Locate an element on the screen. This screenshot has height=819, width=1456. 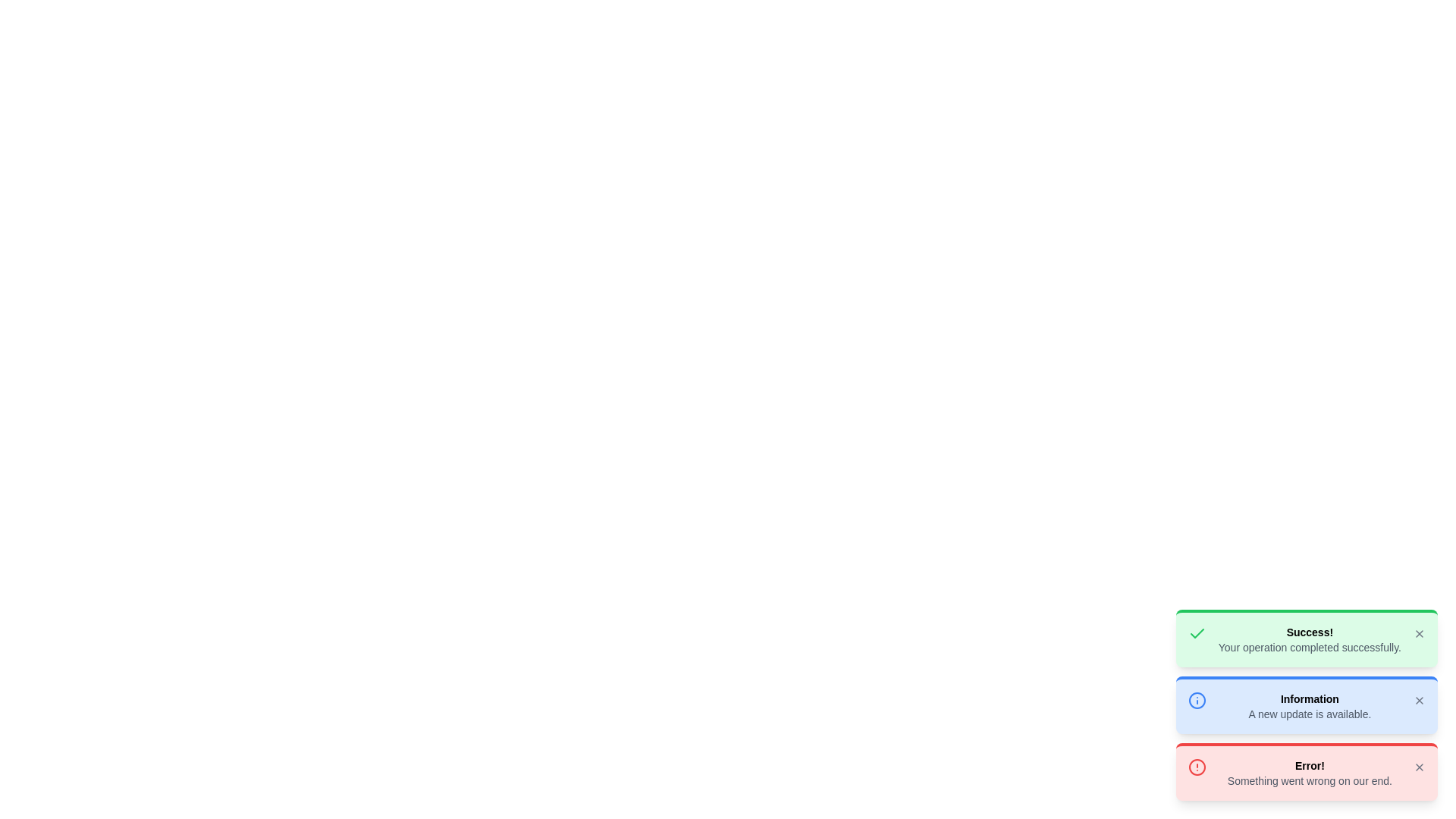
the message displayed in the blue notification box that contains the title 'Information' and the text 'A new update is available.' is located at coordinates (1309, 707).